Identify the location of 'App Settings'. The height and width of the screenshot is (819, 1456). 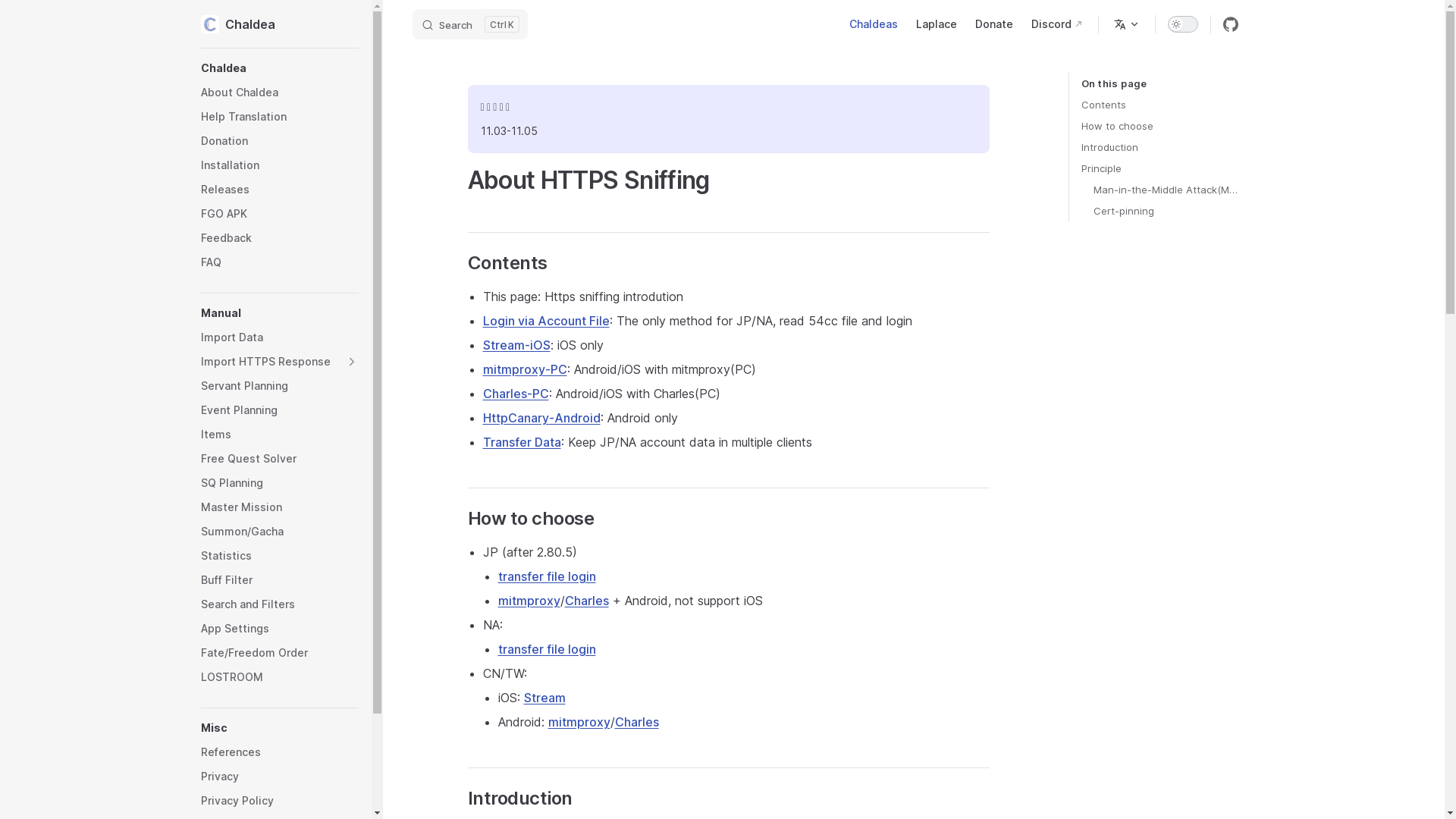
(199, 629).